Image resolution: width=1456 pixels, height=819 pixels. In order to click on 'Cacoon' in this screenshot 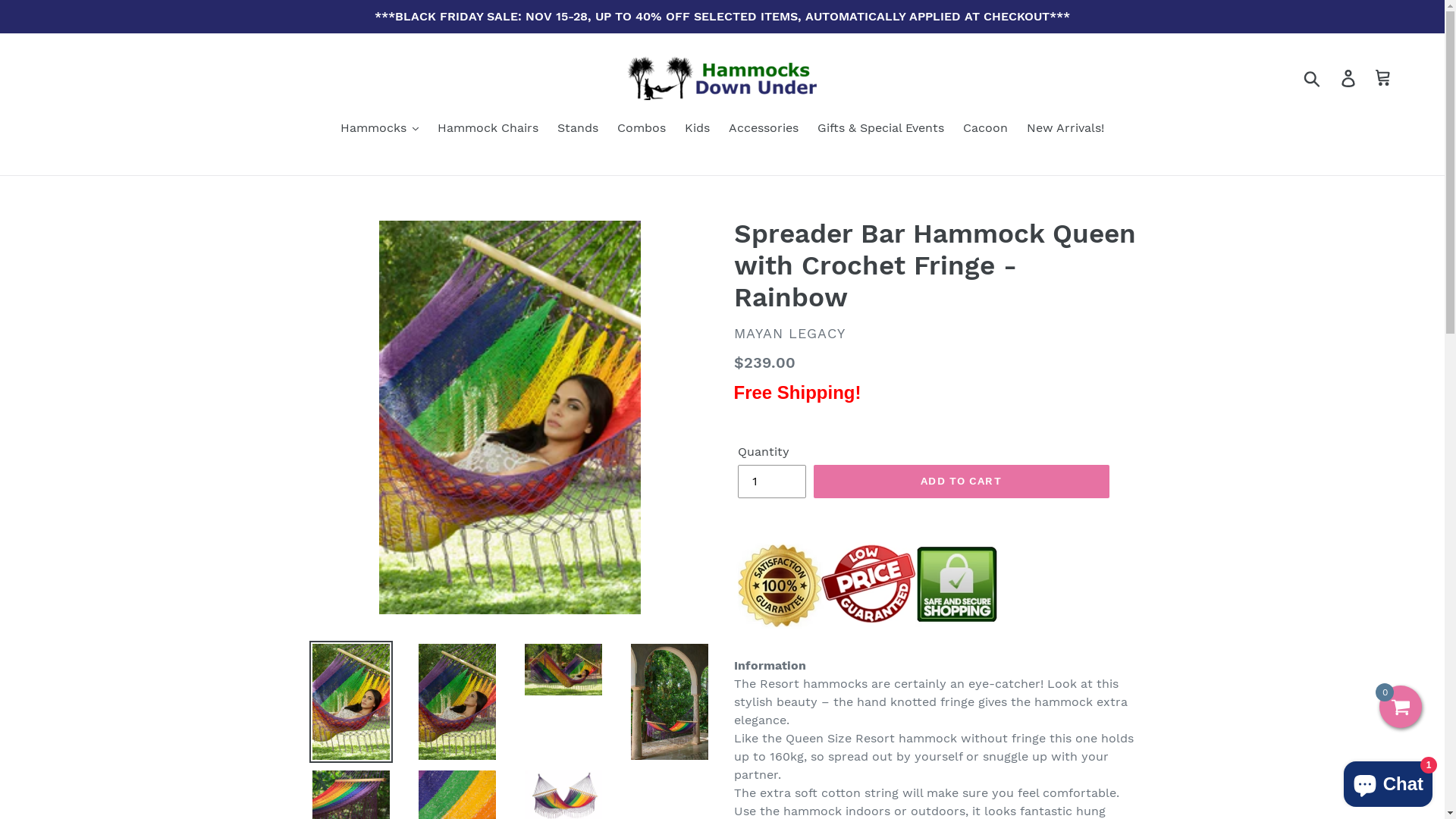, I will do `click(985, 128)`.